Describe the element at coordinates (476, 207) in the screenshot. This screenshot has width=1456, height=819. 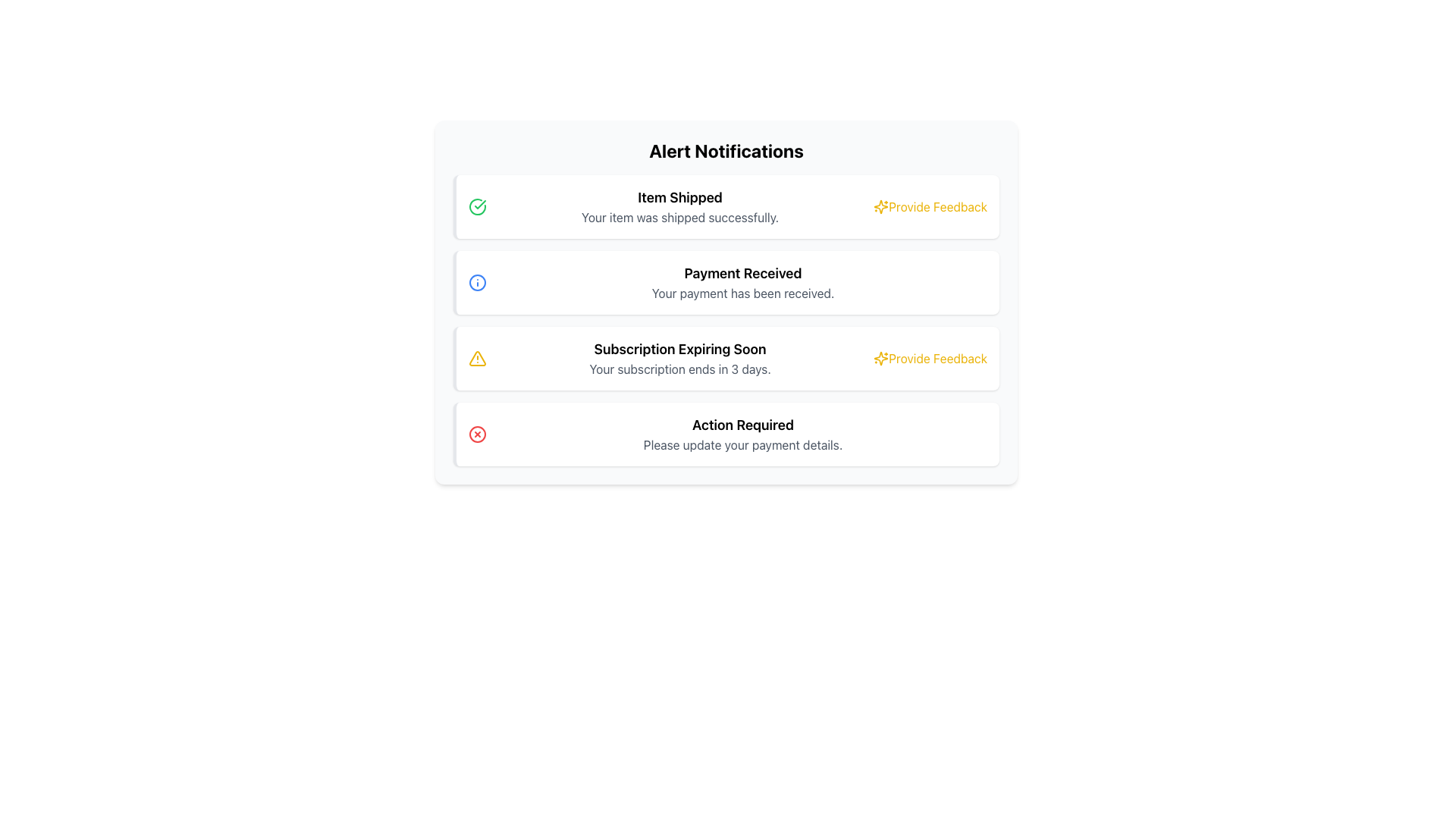
I see `the confirmation icon representing the 'Item Shipped' notification located at the upper left corner of the notification box` at that location.